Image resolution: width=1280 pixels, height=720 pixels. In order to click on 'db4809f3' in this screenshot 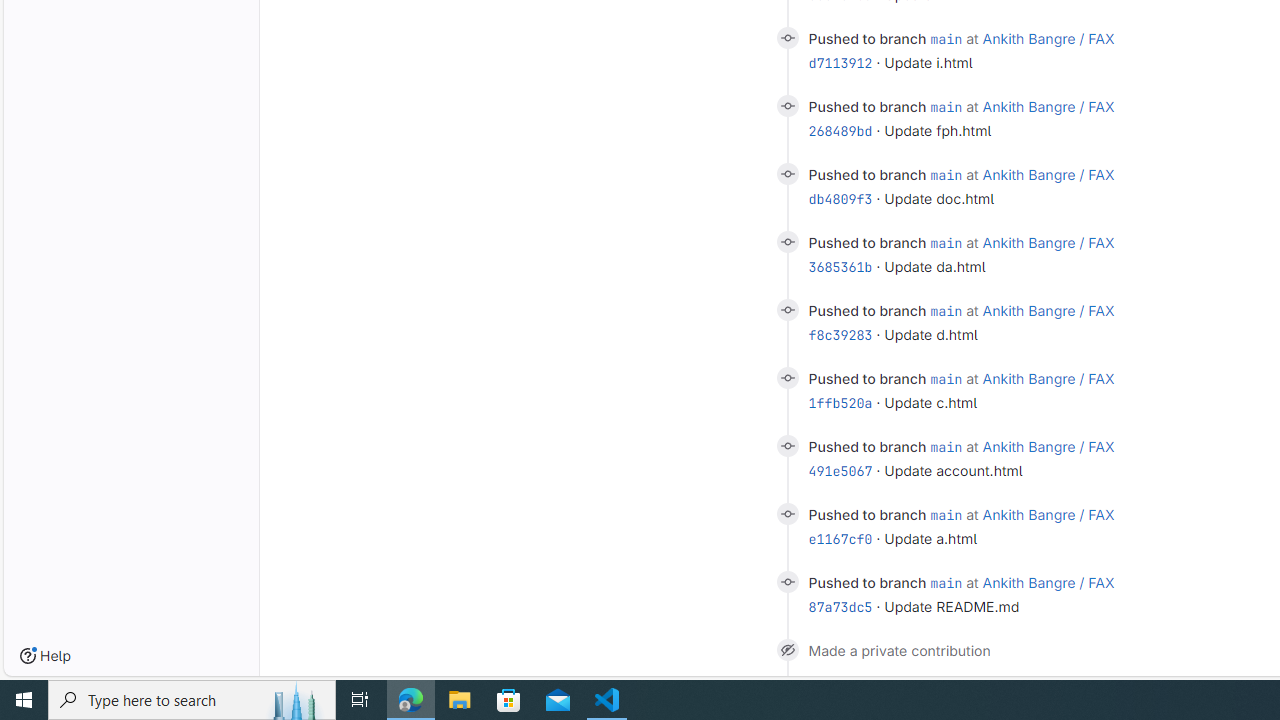, I will do `click(840, 199)`.